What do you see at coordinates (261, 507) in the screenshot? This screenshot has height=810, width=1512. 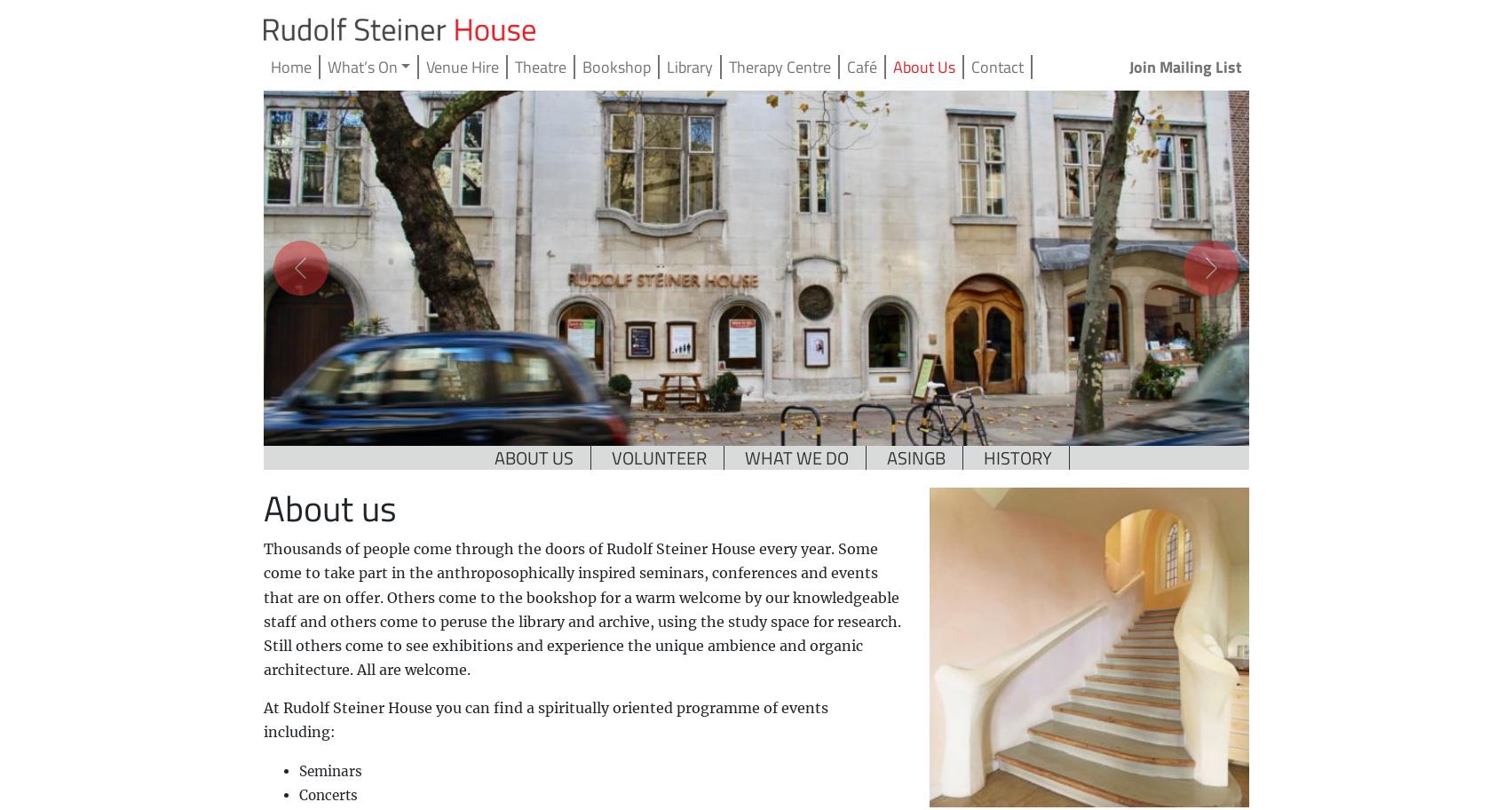 I see `'About us'` at bounding box center [261, 507].